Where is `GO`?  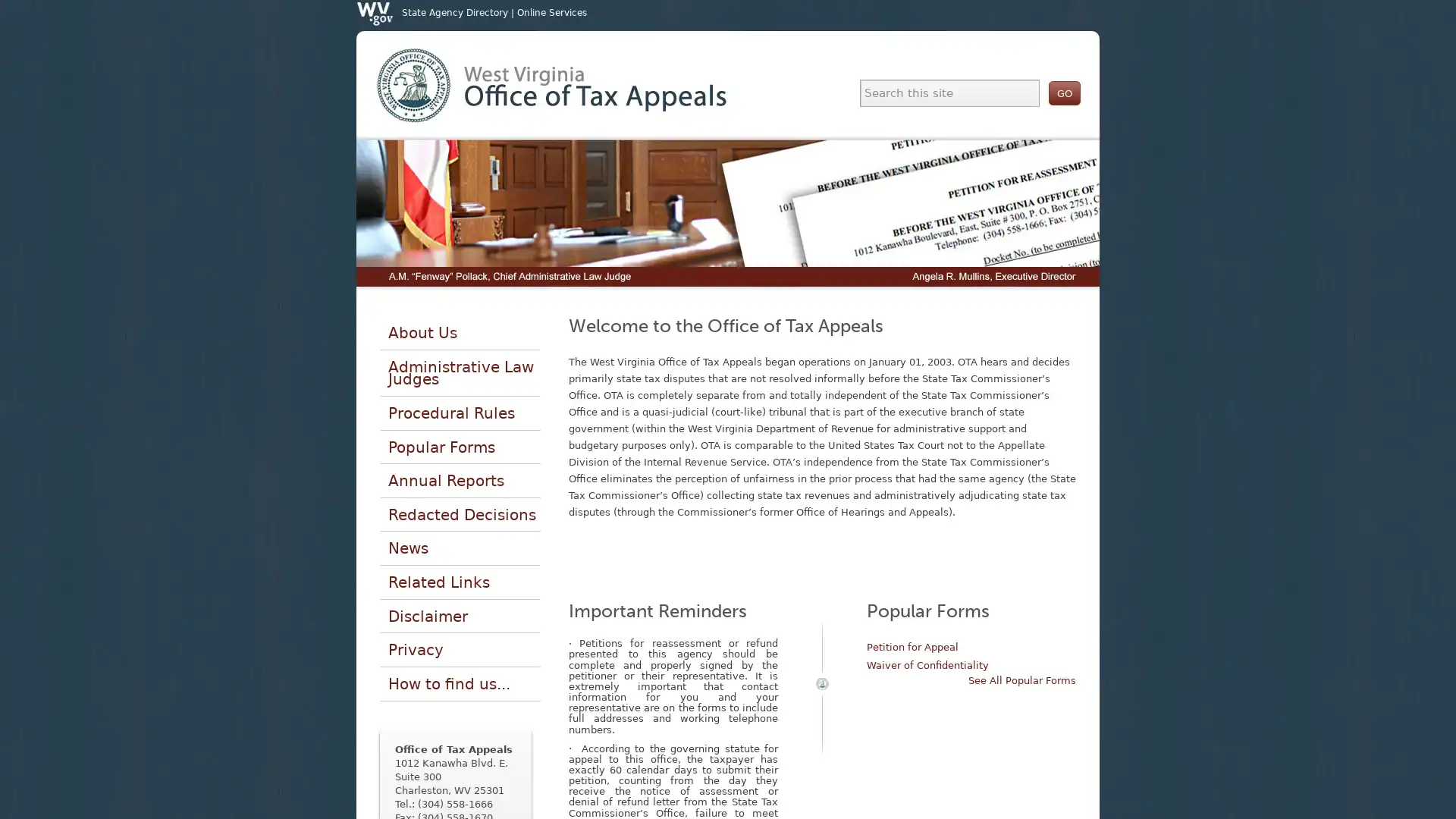
GO is located at coordinates (1063, 93).